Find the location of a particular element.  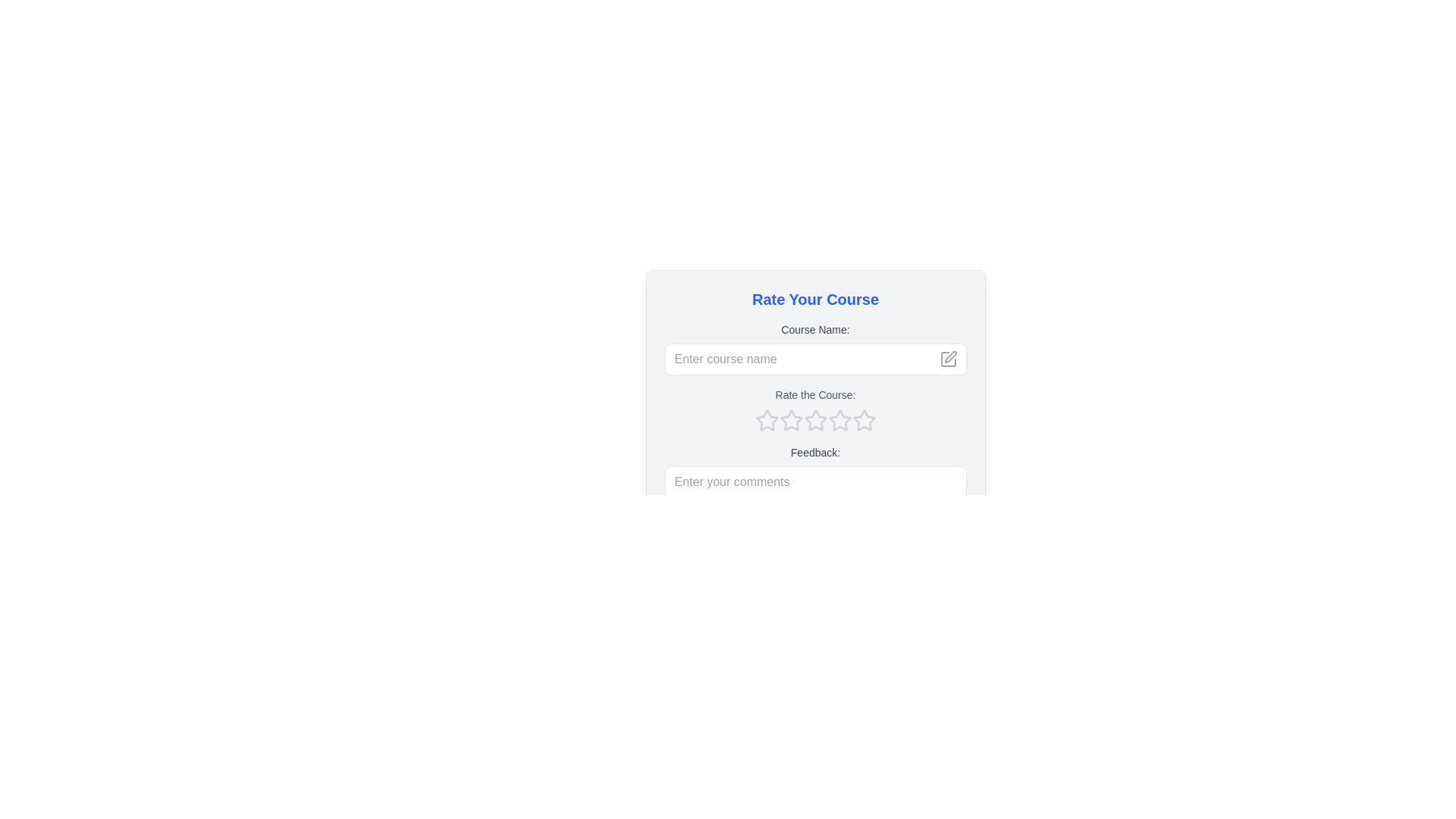

the vector graphic icon resembling a square with rounded corners, located next to the input field labeled 'Enter course name' in the rating form is located at coordinates (947, 359).